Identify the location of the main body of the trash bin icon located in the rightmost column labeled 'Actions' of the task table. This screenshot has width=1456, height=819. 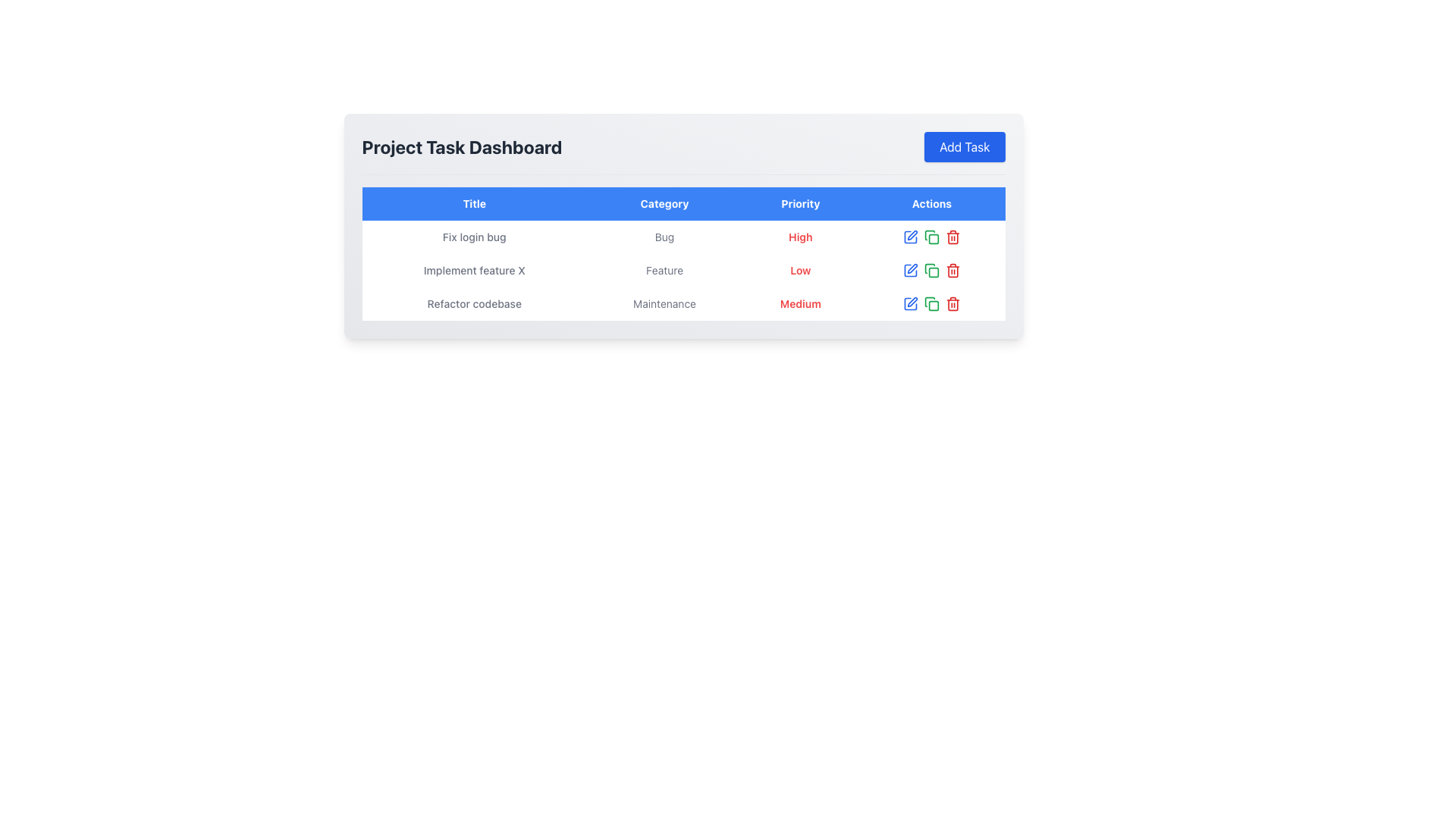
(952, 238).